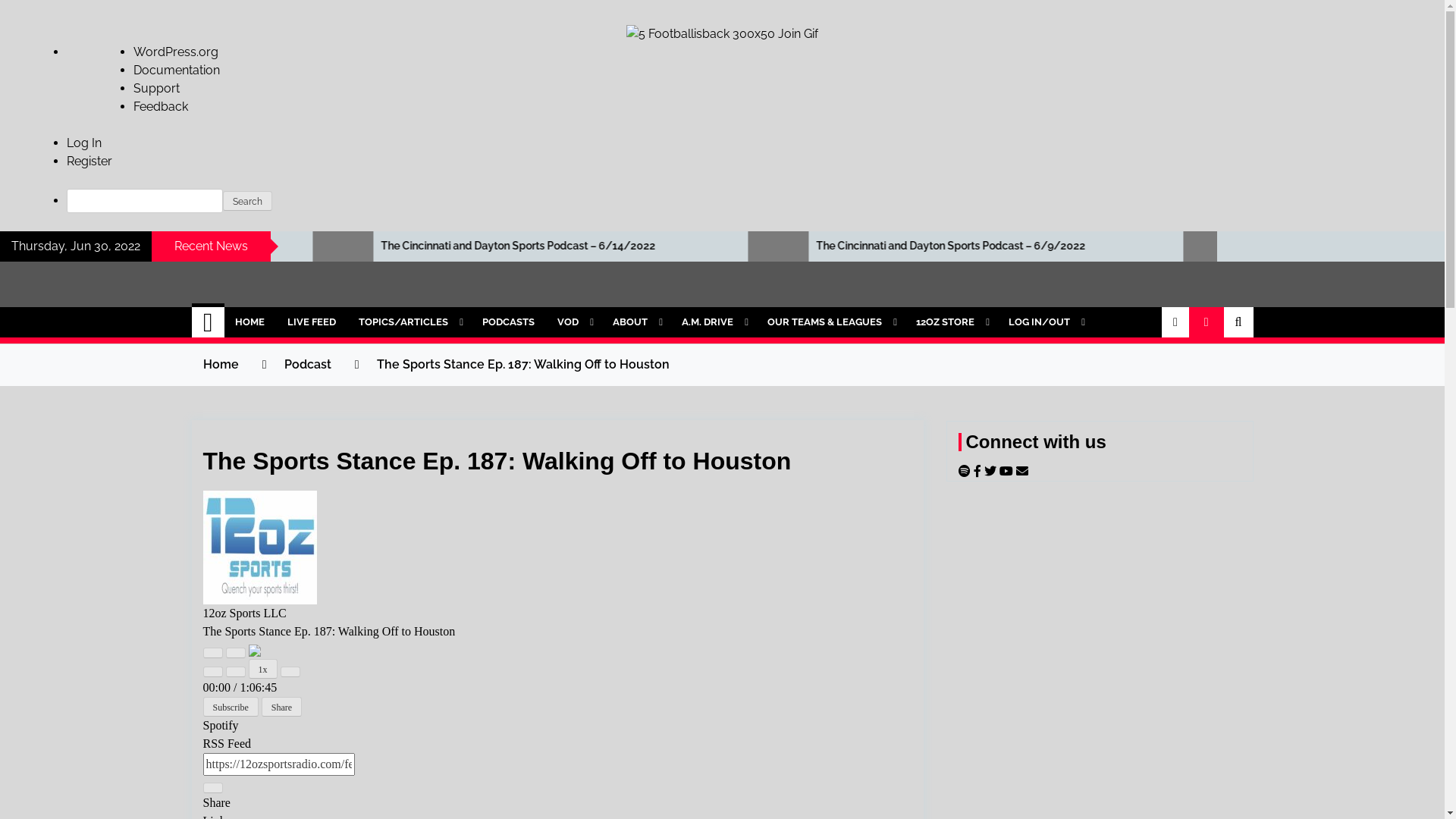 The height and width of the screenshot is (819, 1456). Describe the element at coordinates (1022, 470) in the screenshot. I see `'Email 12oz Sports Network'` at that location.